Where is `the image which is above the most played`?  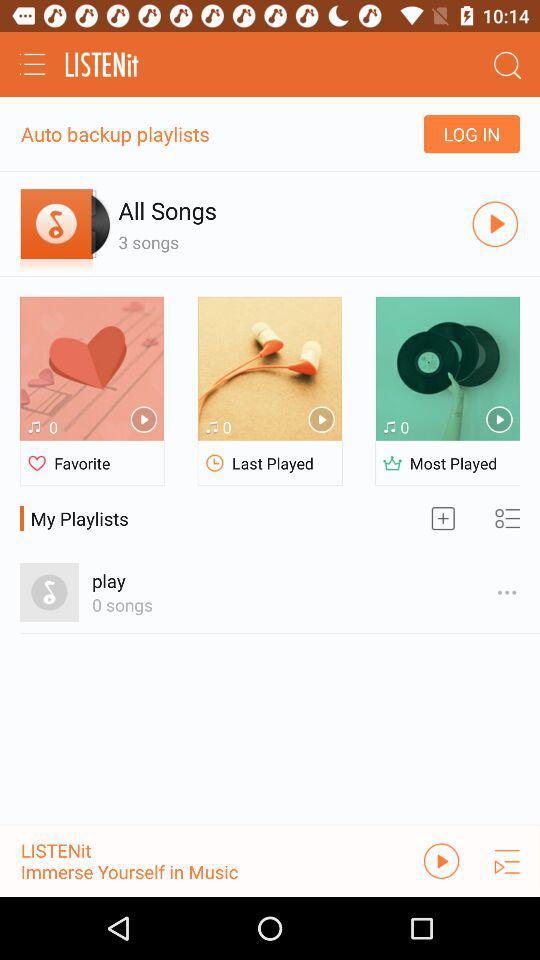 the image which is above the most played is located at coordinates (447, 368).